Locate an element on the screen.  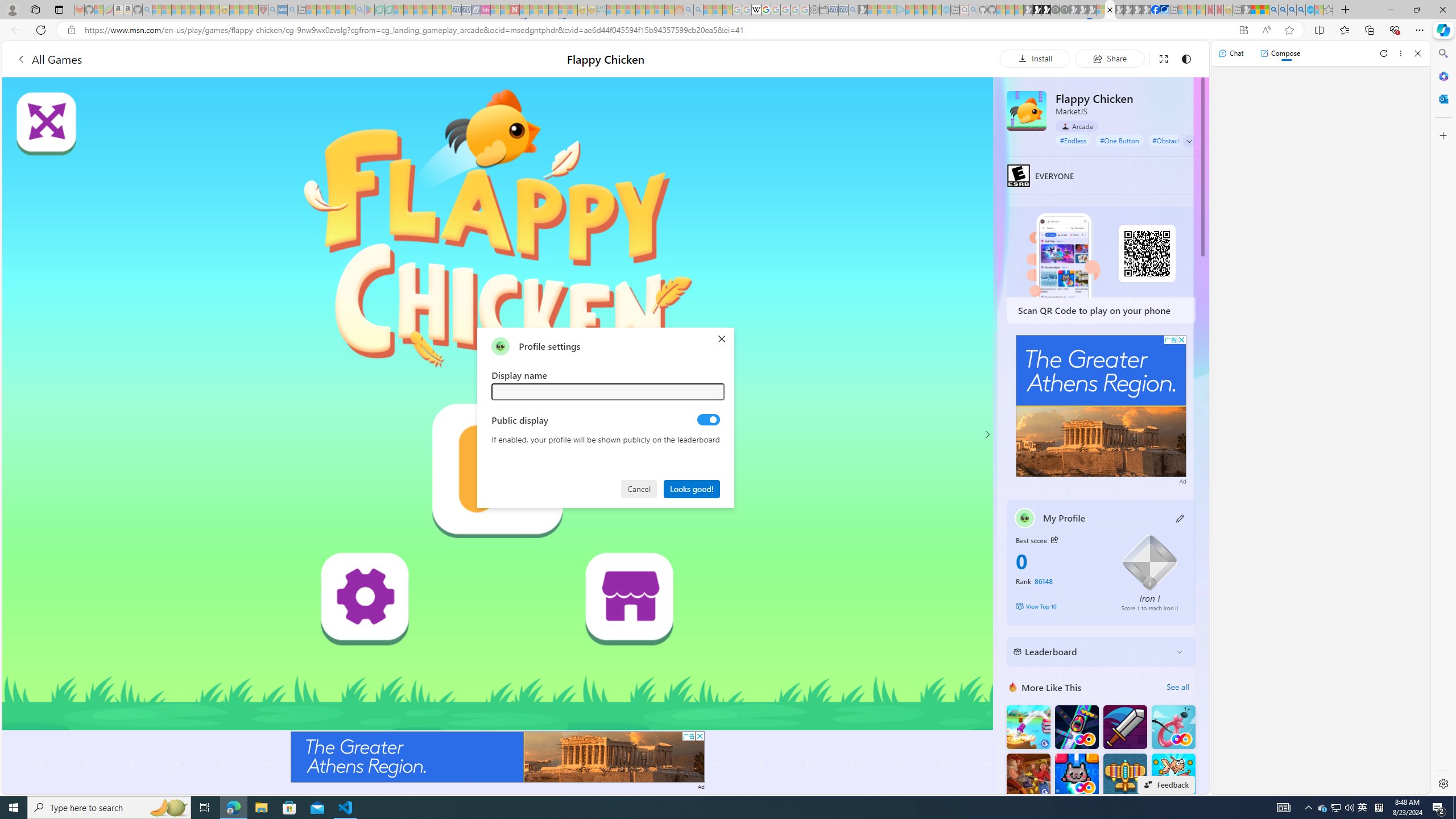
'Advertisement' is located at coordinates (1101, 406).